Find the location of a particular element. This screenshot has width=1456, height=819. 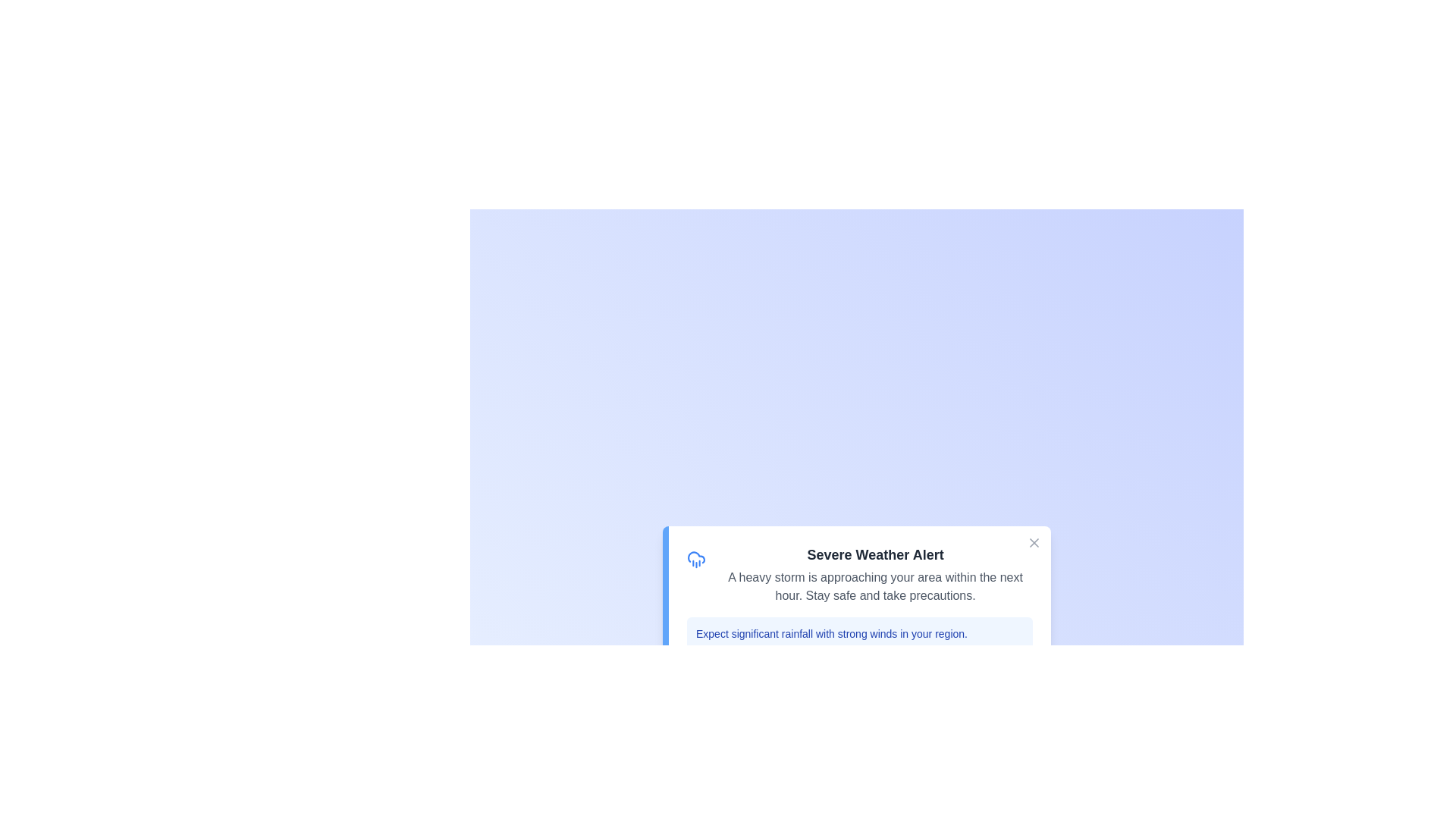

the weather icon to view additional context about the weather alert is located at coordinates (695, 559).